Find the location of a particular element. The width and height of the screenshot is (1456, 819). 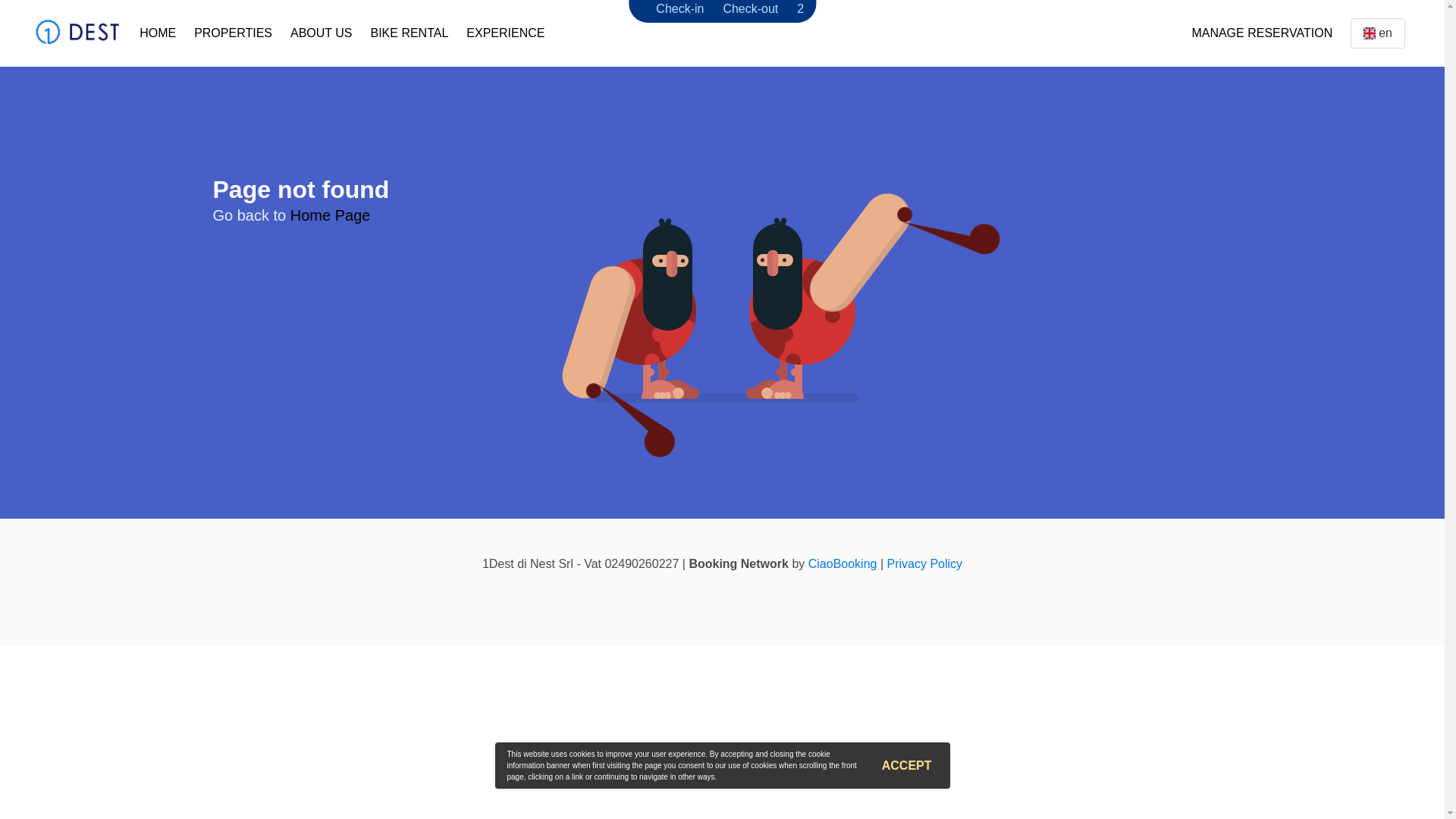

'EXPERIENCE' is located at coordinates (505, 33).